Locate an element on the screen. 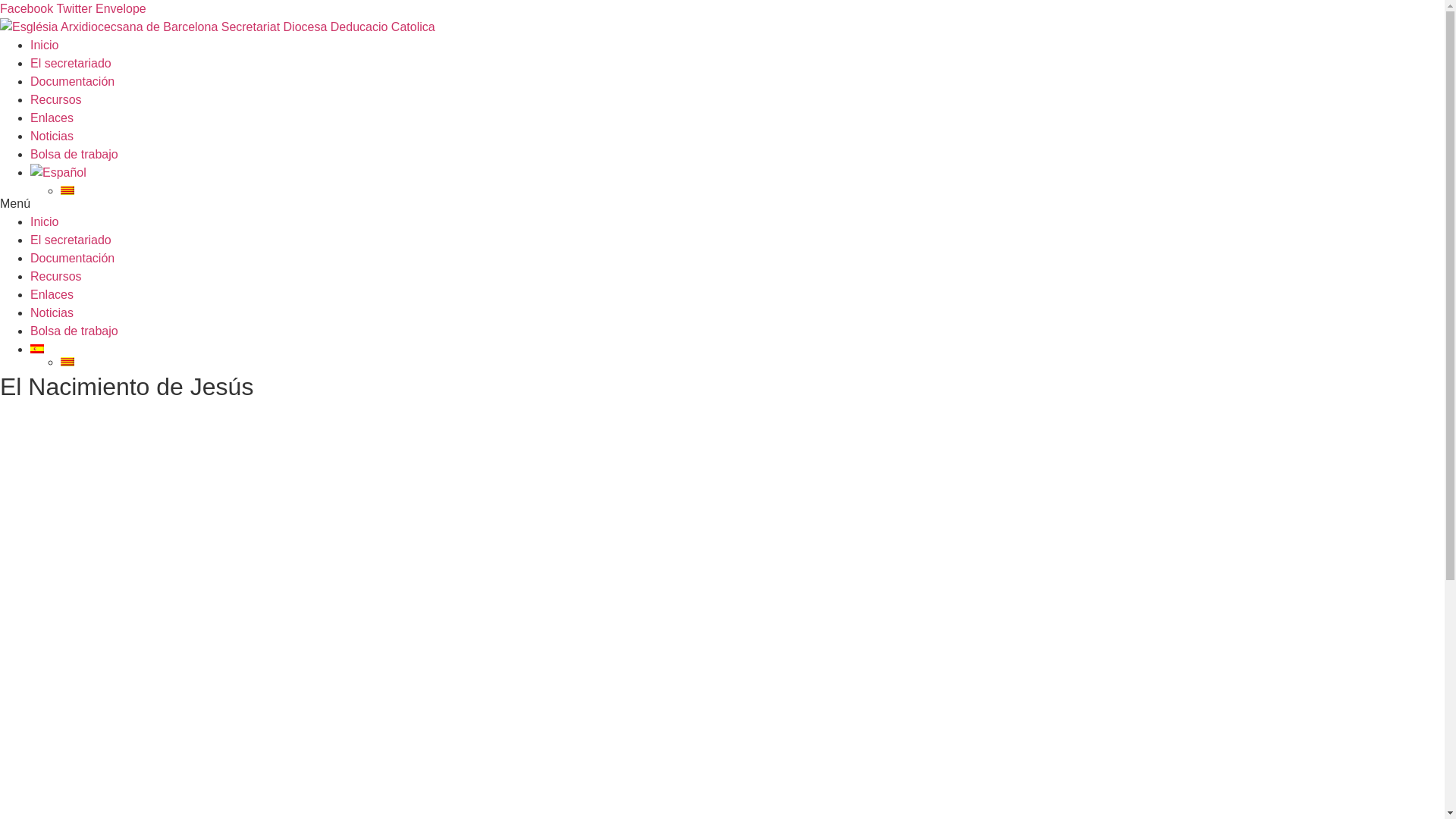  'Envelope' is located at coordinates (94, 8).